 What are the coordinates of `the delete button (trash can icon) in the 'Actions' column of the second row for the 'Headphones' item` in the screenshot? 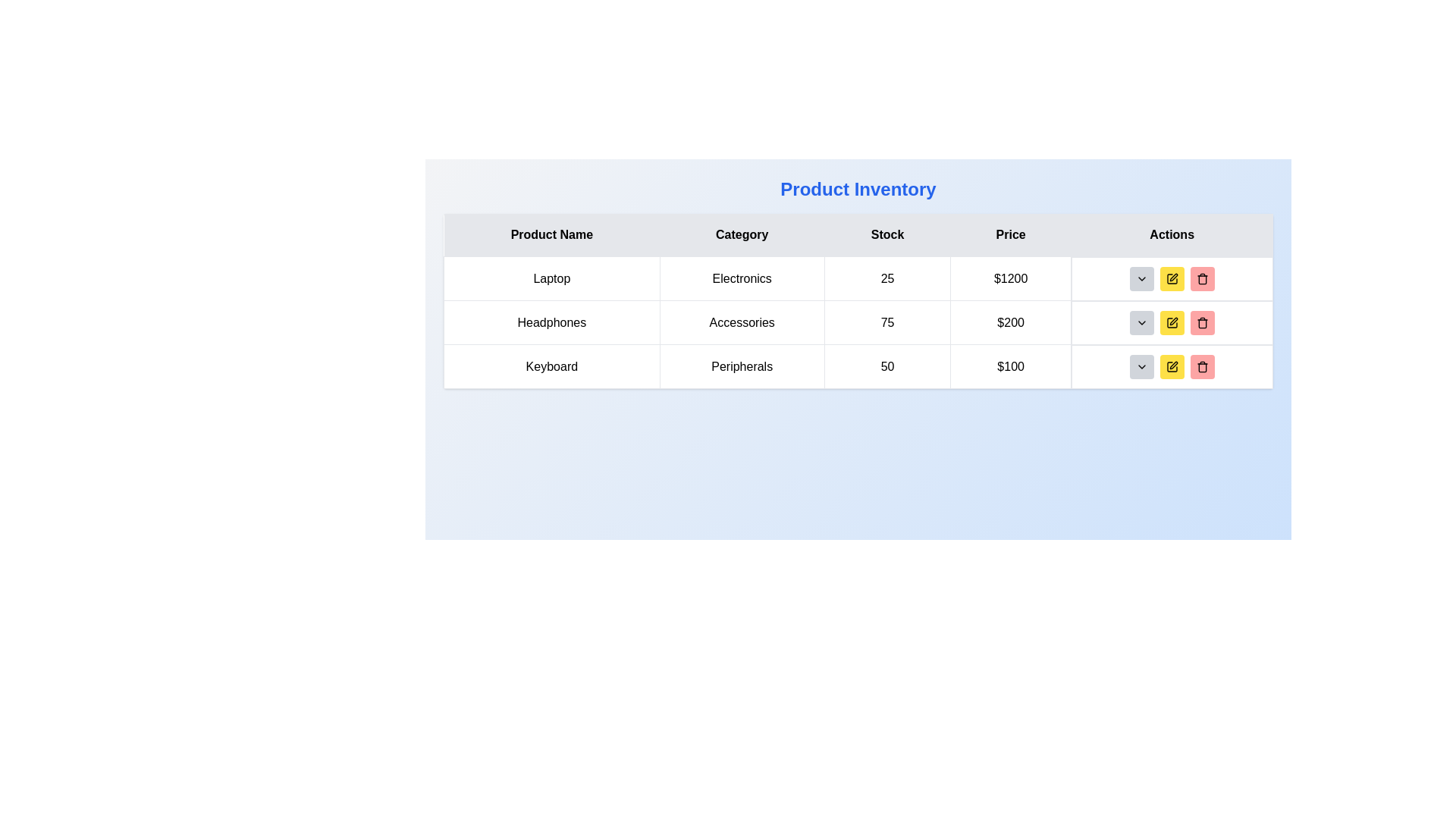 It's located at (1201, 322).